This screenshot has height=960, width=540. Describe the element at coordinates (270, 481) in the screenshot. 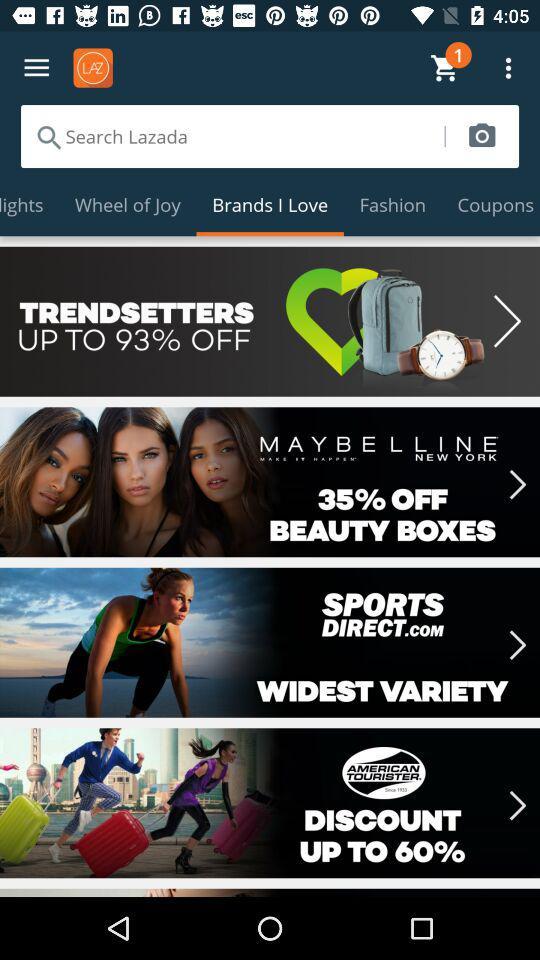

I see `35 off discount banner` at that location.